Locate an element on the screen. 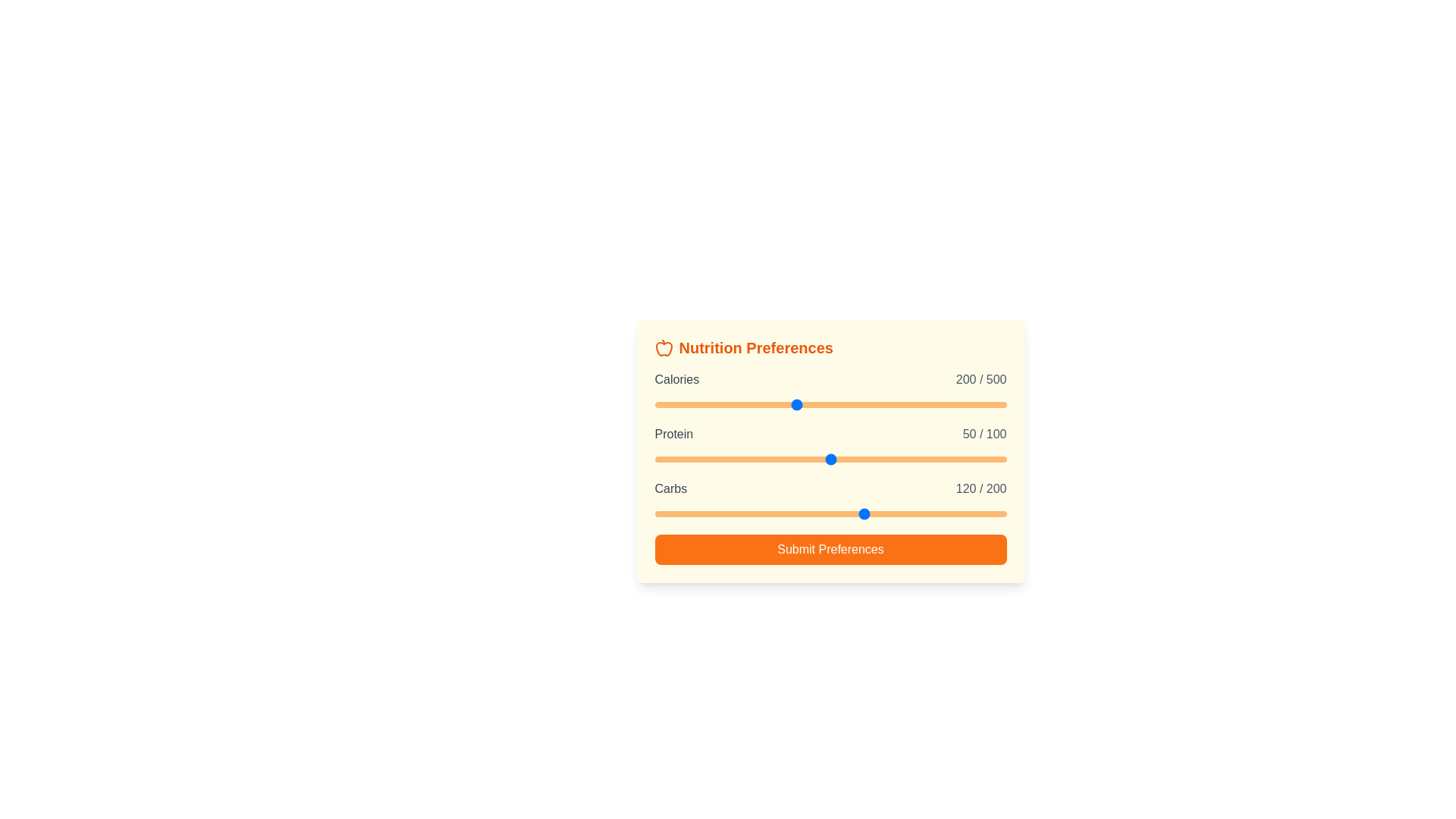 The height and width of the screenshot is (819, 1456). the protein intake value is located at coordinates (781, 458).